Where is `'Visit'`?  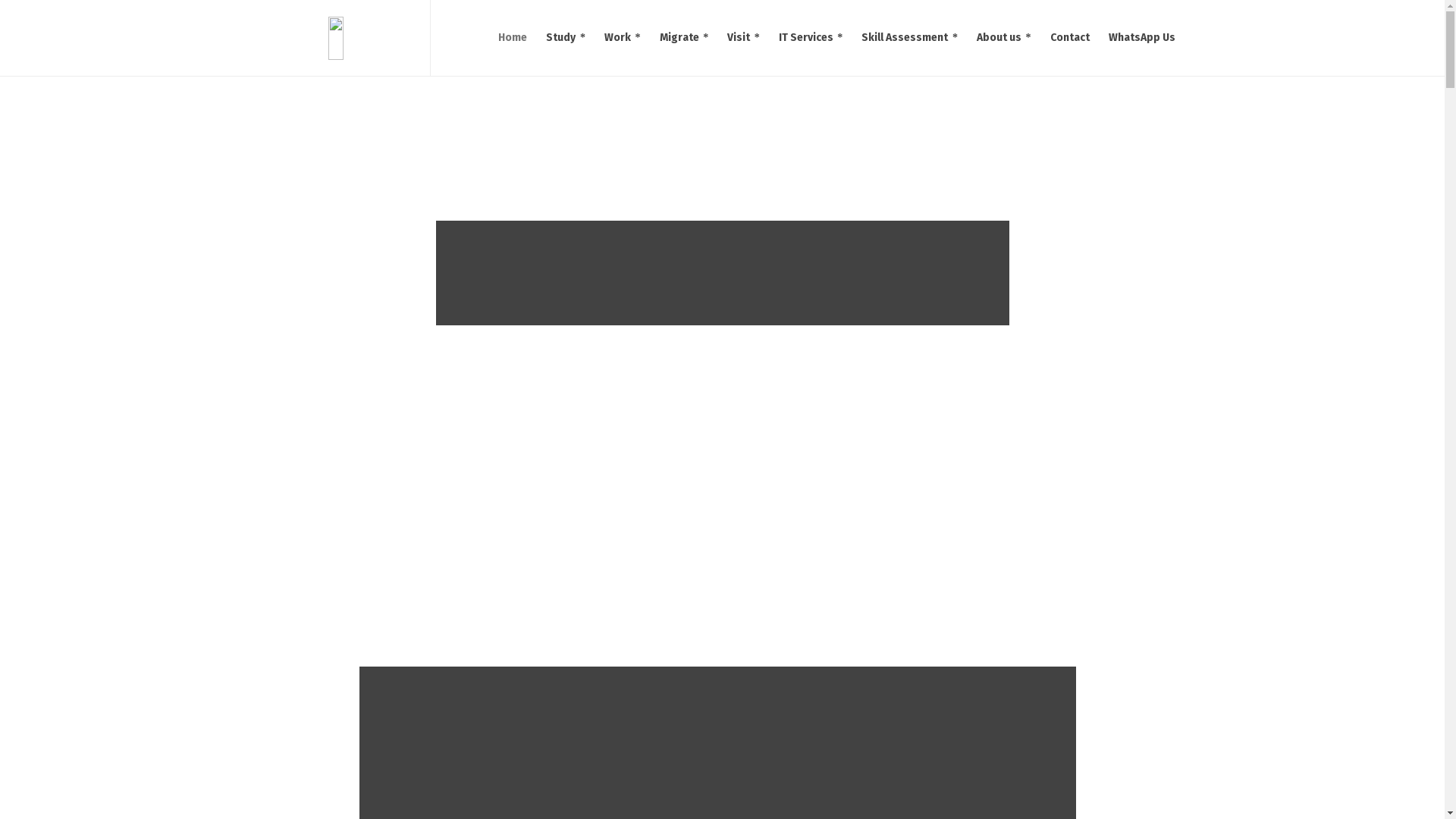 'Visit' is located at coordinates (743, 37).